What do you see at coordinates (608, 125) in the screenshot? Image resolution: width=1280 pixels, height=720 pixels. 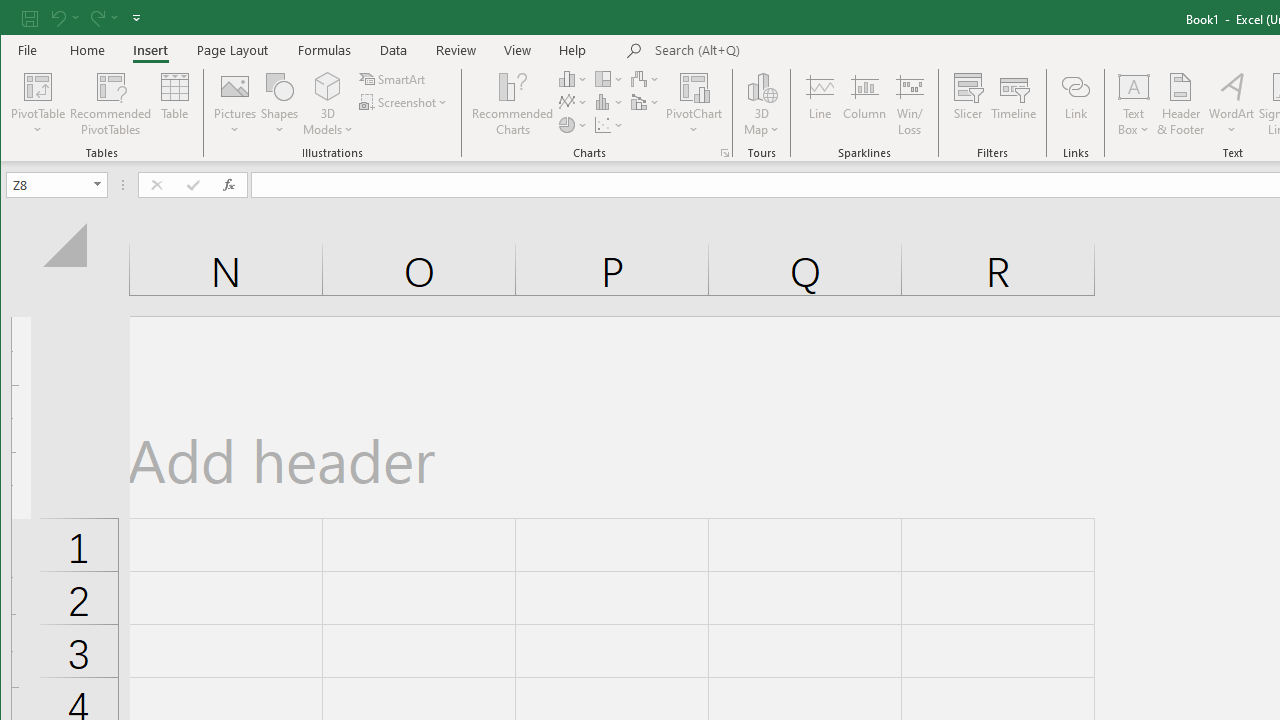 I see `'Insert Scatter (X, Y) or Bubble Chart'` at bounding box center [608, 125].